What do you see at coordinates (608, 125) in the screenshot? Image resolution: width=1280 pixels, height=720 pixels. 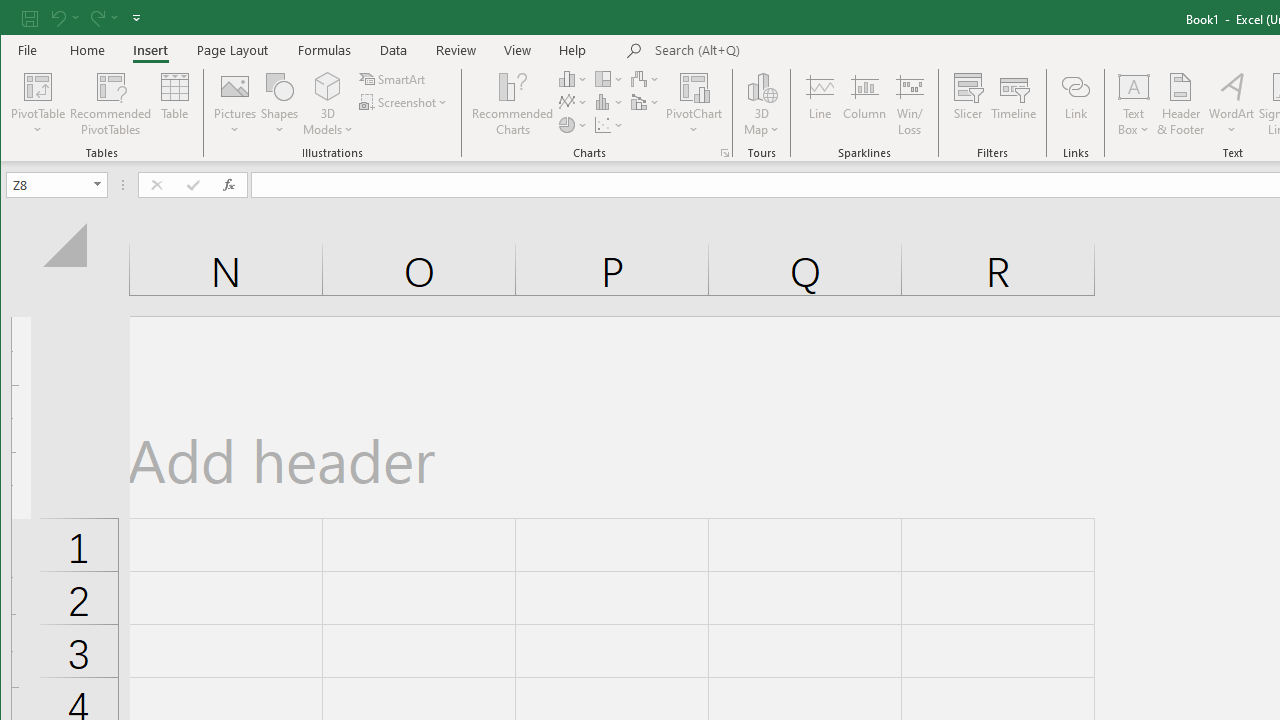 I see `'Insert Scatter (X, Y) or Bubble Chart'` at bounding box center [608, 125].